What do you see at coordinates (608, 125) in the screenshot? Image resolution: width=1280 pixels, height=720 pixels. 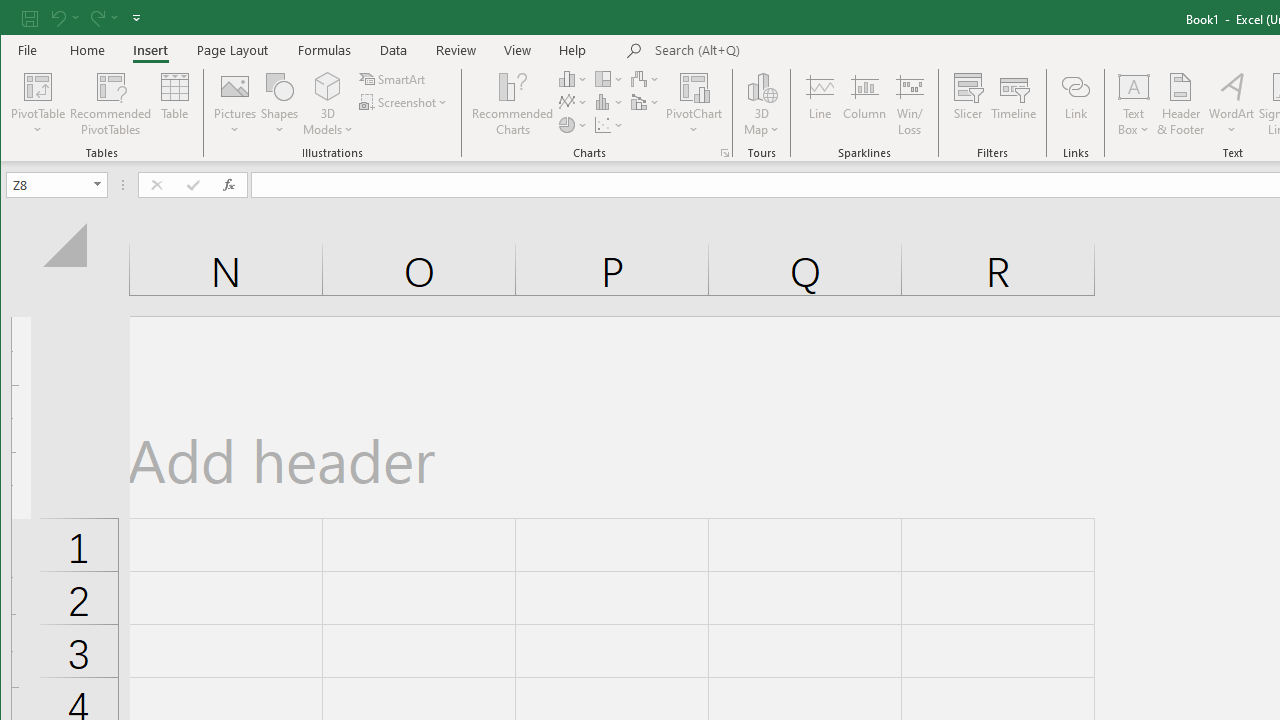 I see `'Insert Scatter (X, Y) or Bubble Chart'` at bounding box center [608, 125].